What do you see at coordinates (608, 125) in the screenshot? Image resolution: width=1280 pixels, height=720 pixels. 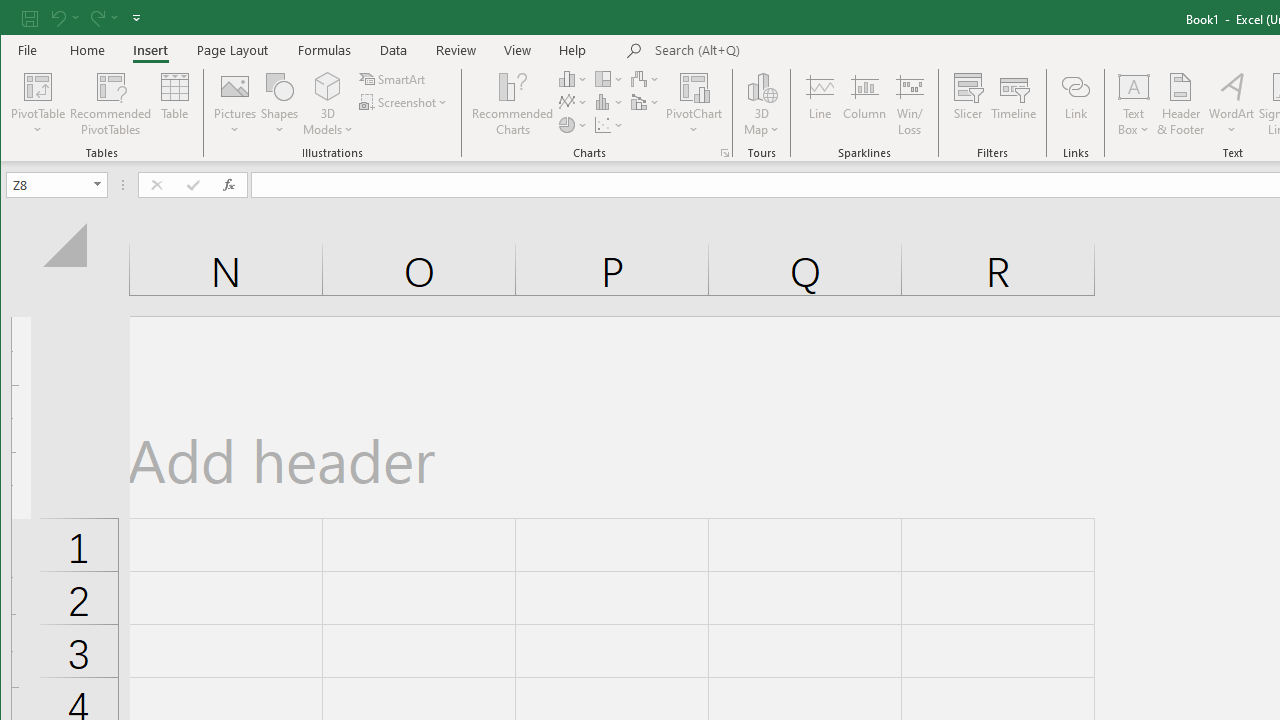 I see `'Insert Scatter (X, Y) or Bubble Chart'` at bounding box center [608, 125].